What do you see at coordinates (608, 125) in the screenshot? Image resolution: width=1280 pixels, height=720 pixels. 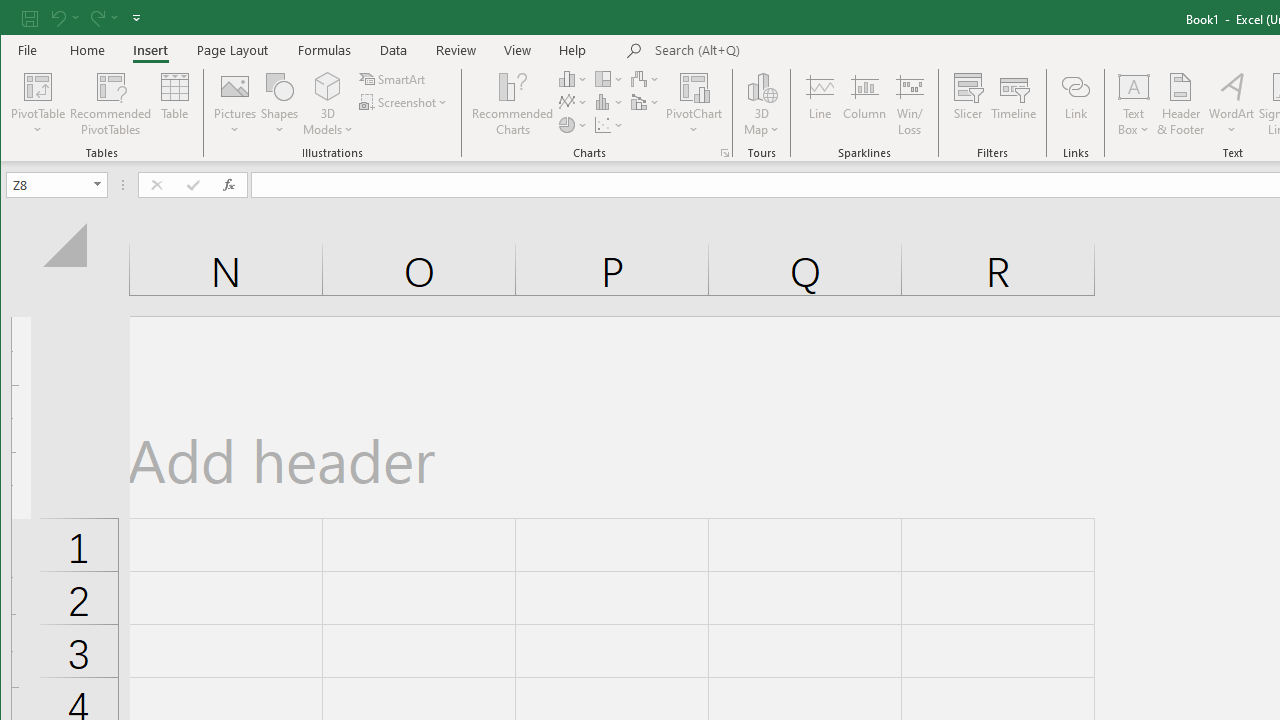 I see `'Insert Scatter (X, Y) or Bubble Chart'` at bounding box center [608, 125].